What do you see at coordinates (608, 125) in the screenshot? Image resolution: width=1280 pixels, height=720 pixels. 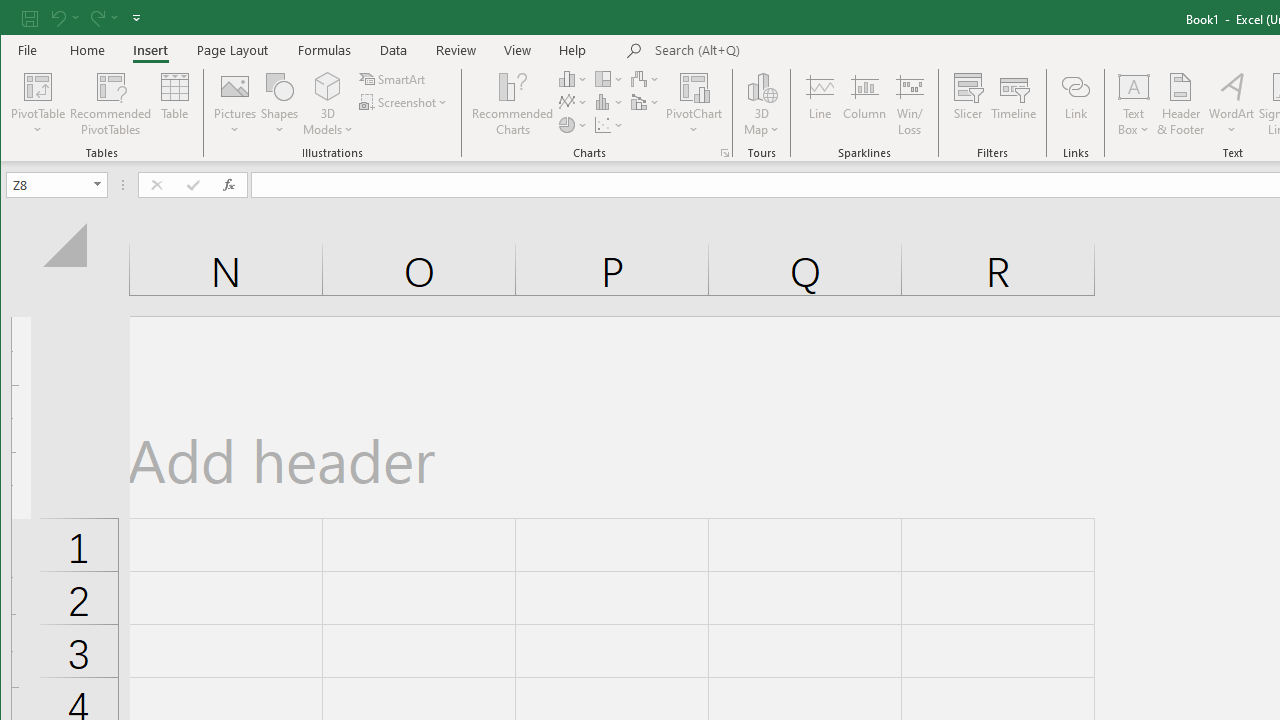 I see `'Insert Scatter (X, Y) or Bubble Chart'` at bounding box center [608, 125].